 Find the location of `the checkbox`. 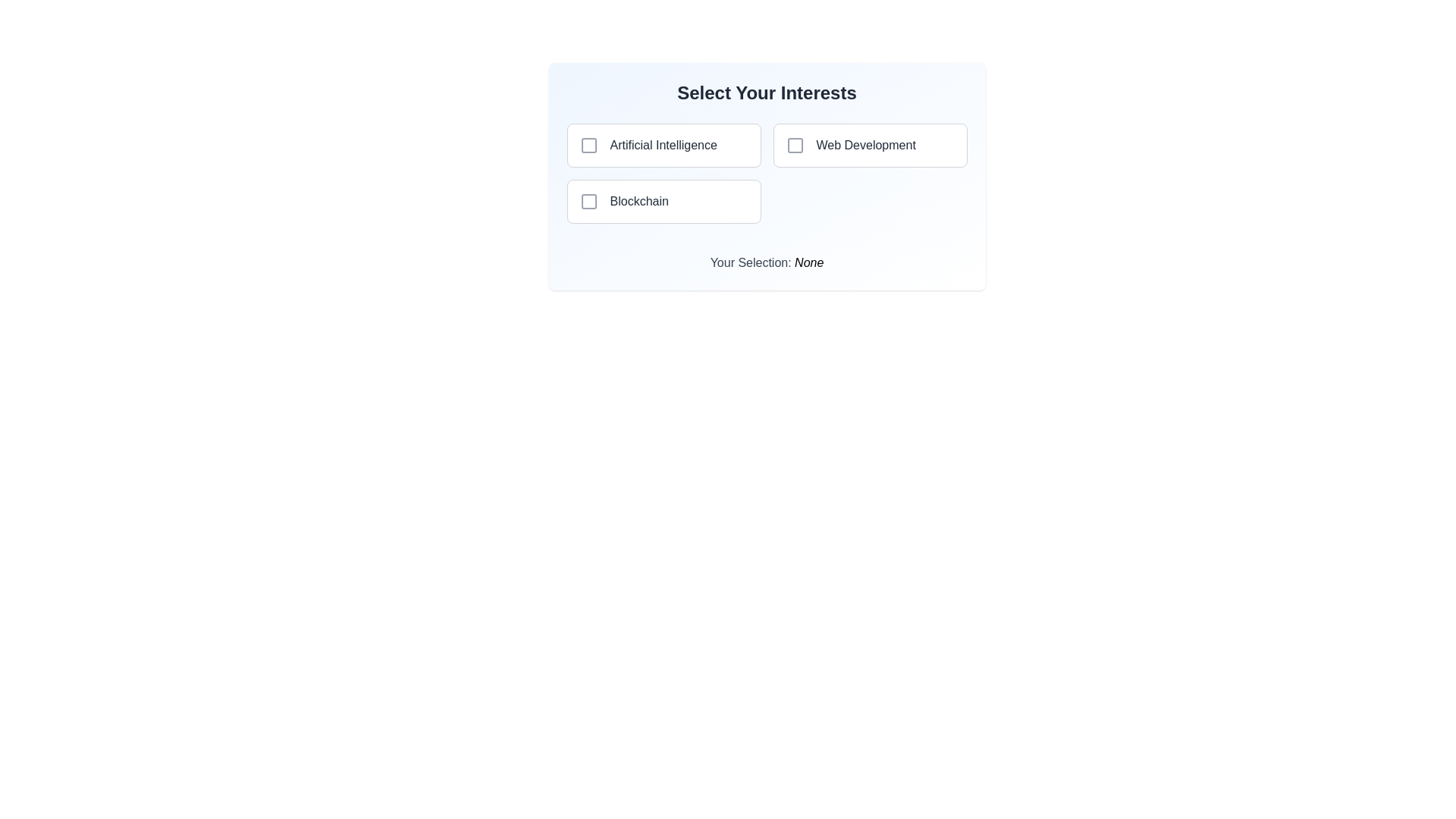

the checkbox is located at coordinates (664, 201).